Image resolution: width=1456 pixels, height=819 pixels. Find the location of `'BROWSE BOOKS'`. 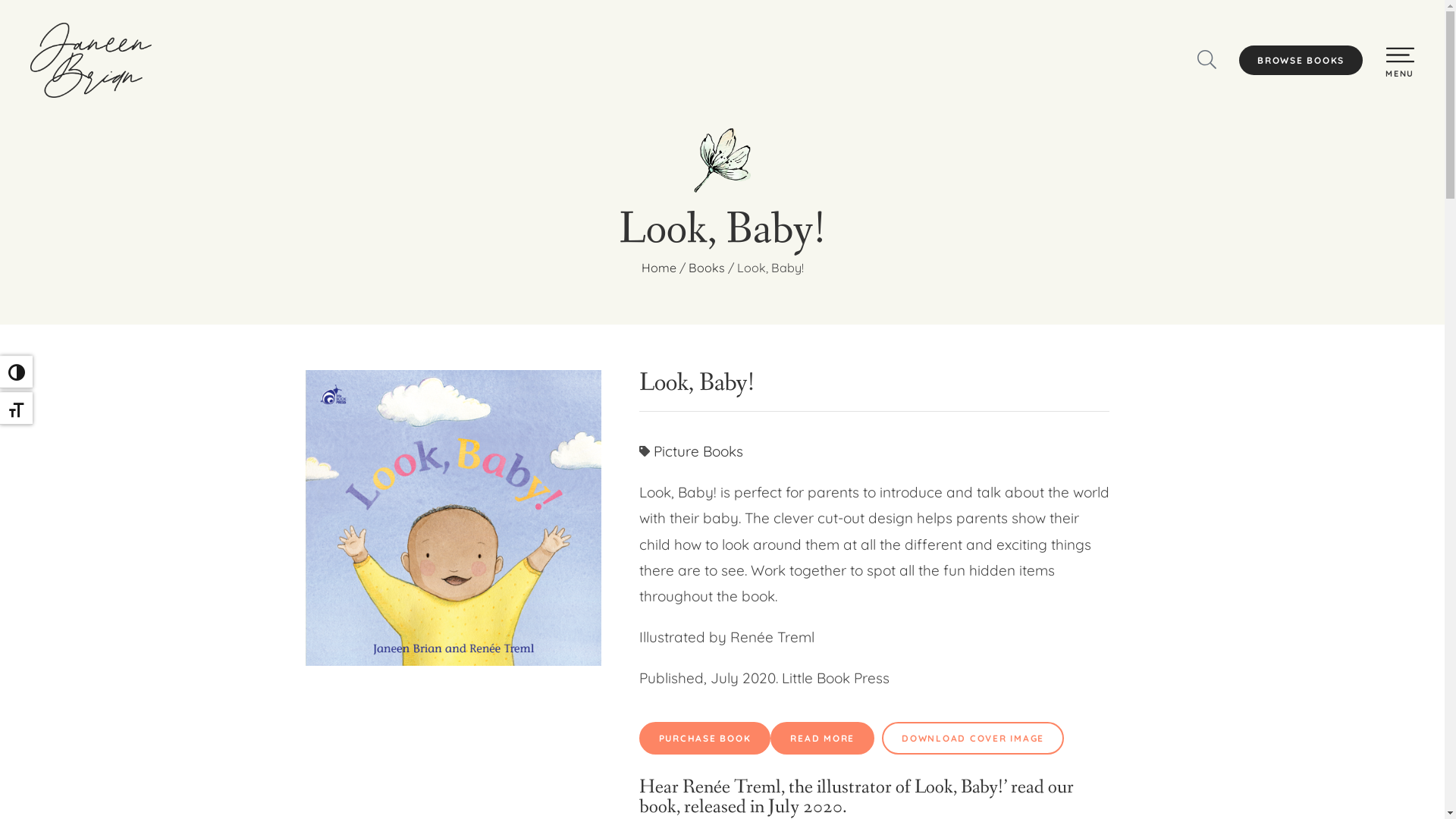

'BROWSE BOOKS' is located at coordinates (1300, 60).